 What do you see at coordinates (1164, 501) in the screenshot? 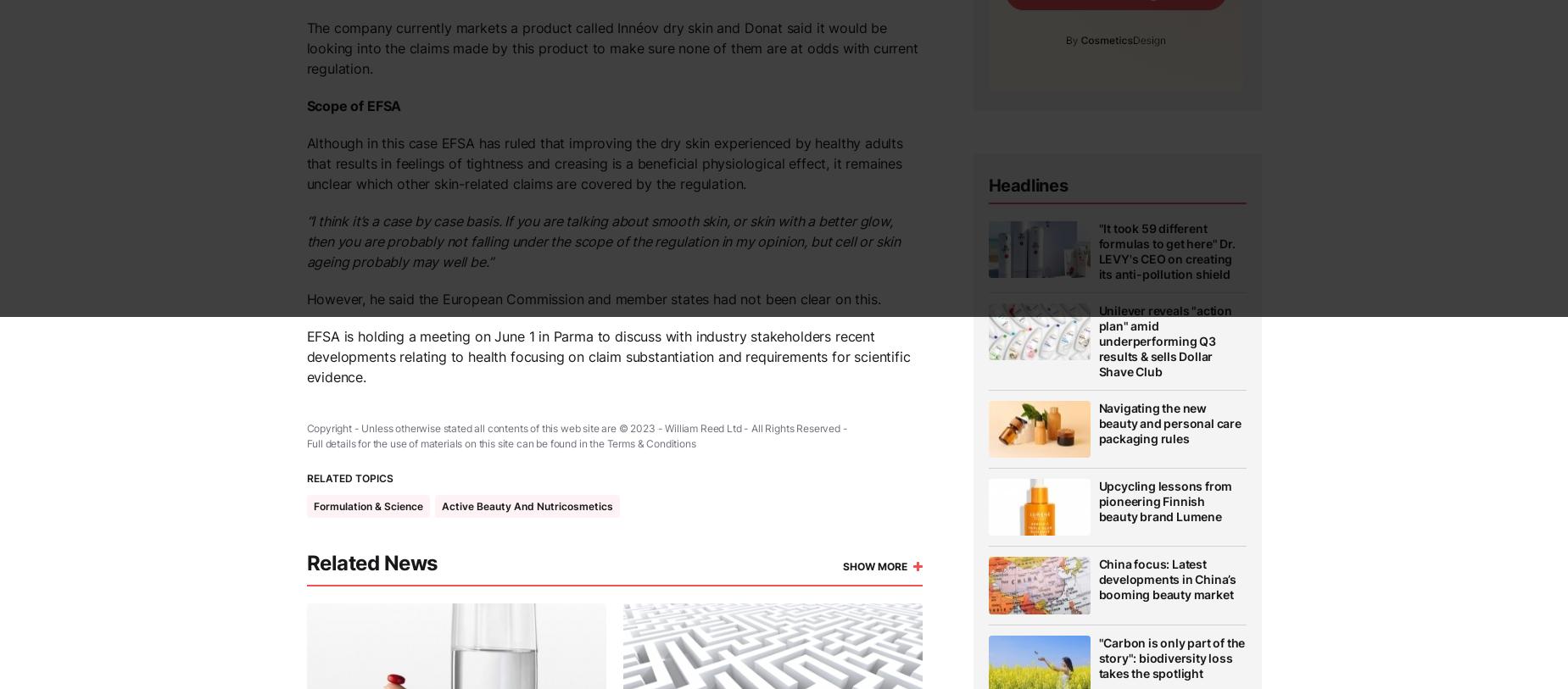
I see `'Upcycling lessons from pioneering Finnish beauty brand Lumene'` at bounding box center [1164, 501].